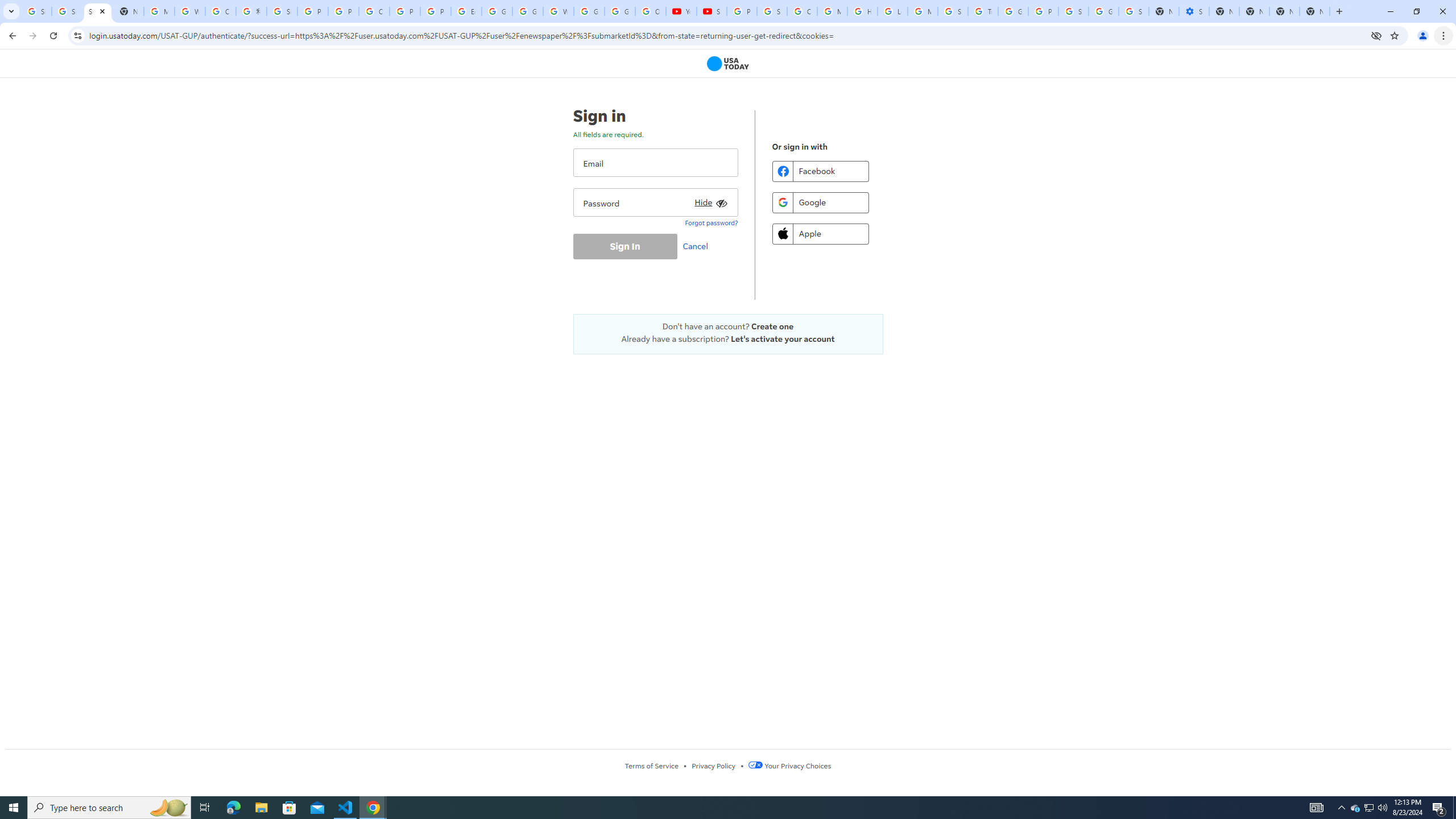 This screenshot has height=819, width=1456. Describe the element at coordinates (1423, 35) in the screenshot. I see `'You'` at that location.